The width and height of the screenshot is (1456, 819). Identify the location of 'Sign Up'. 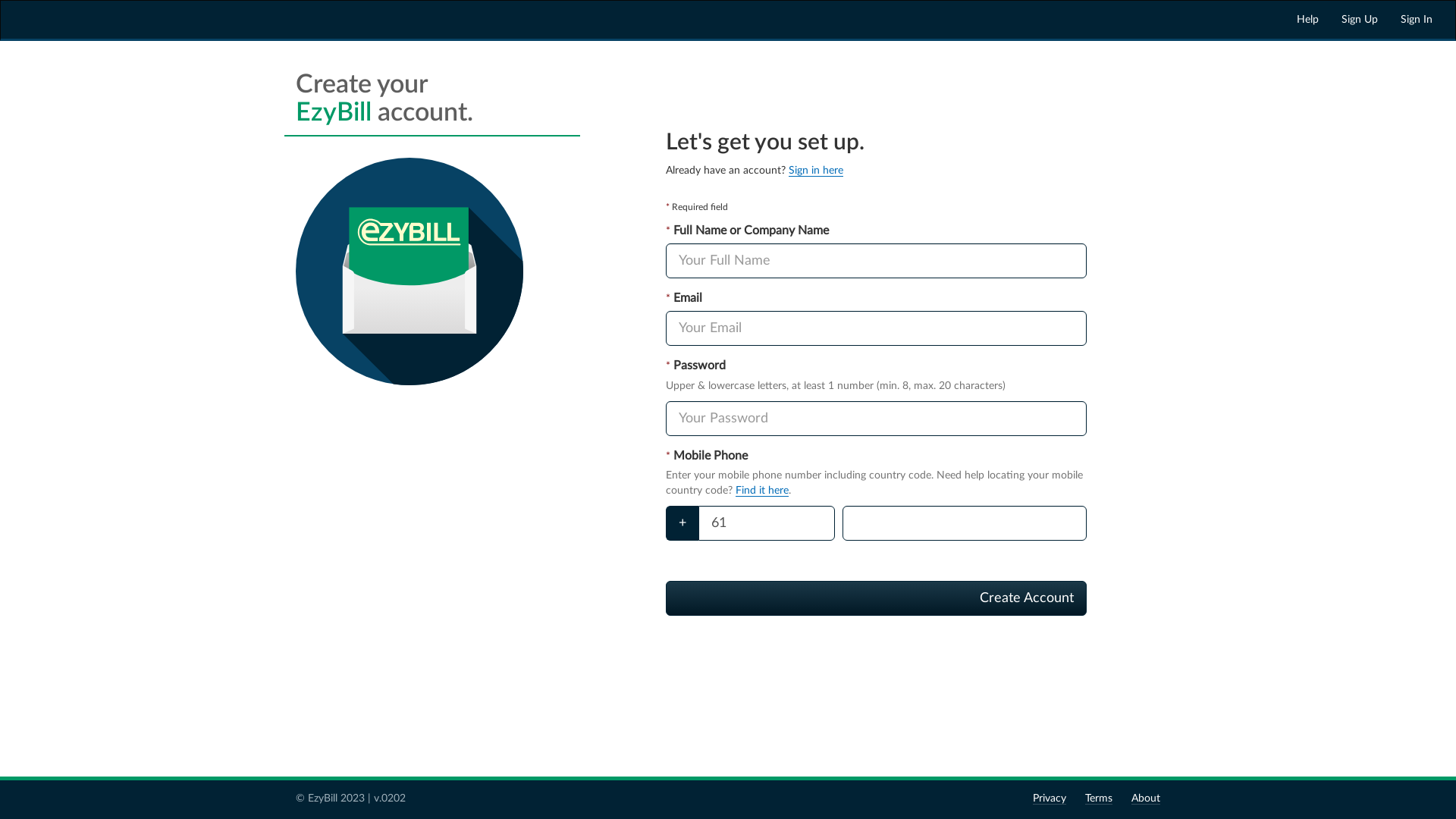
(1360, 20).